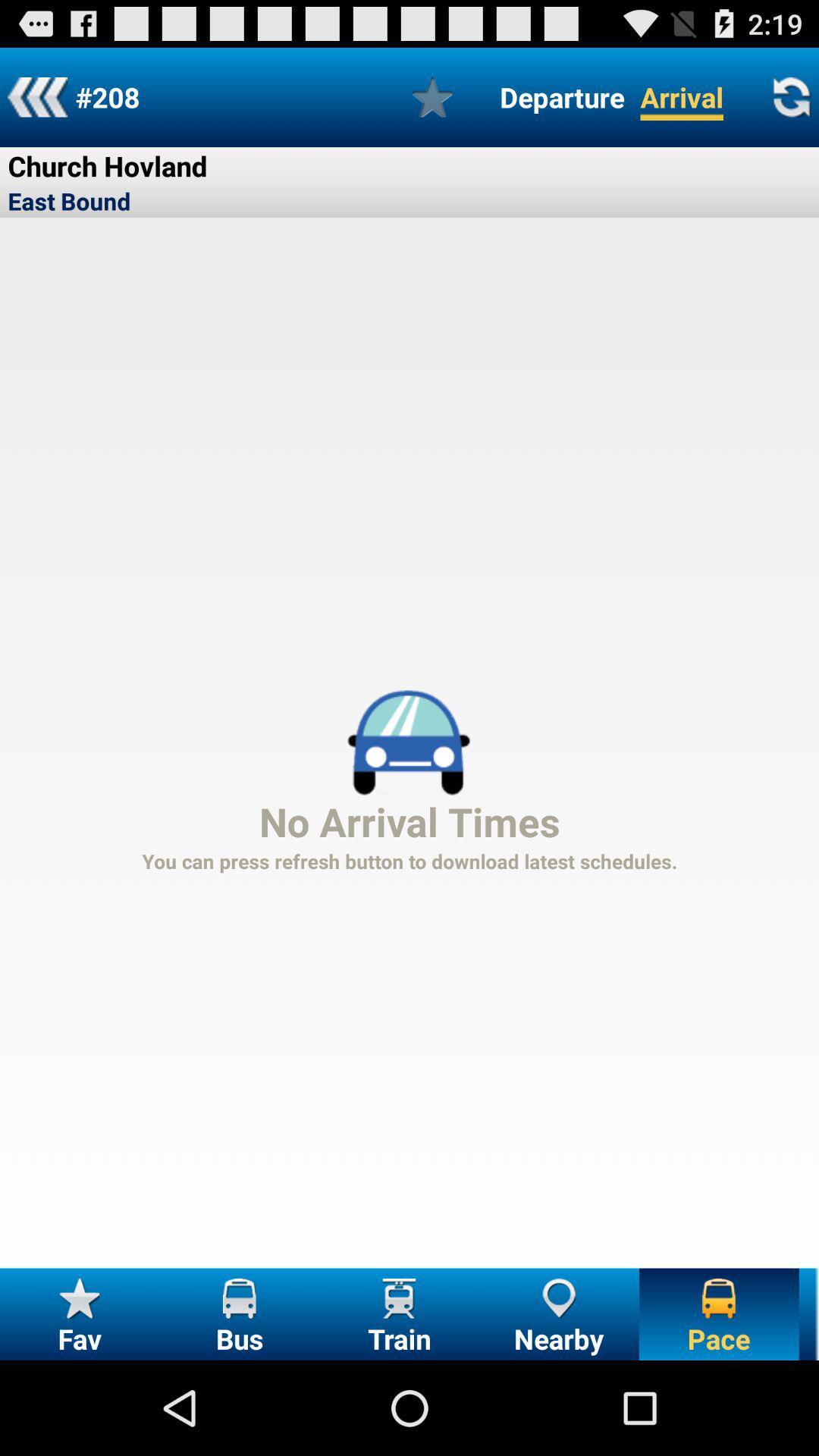 This screenshot has height=1456, width=819. What do you see at coordinates (36, 96) in the screenshot?
I see `go back` at bounding box center [36, 96].